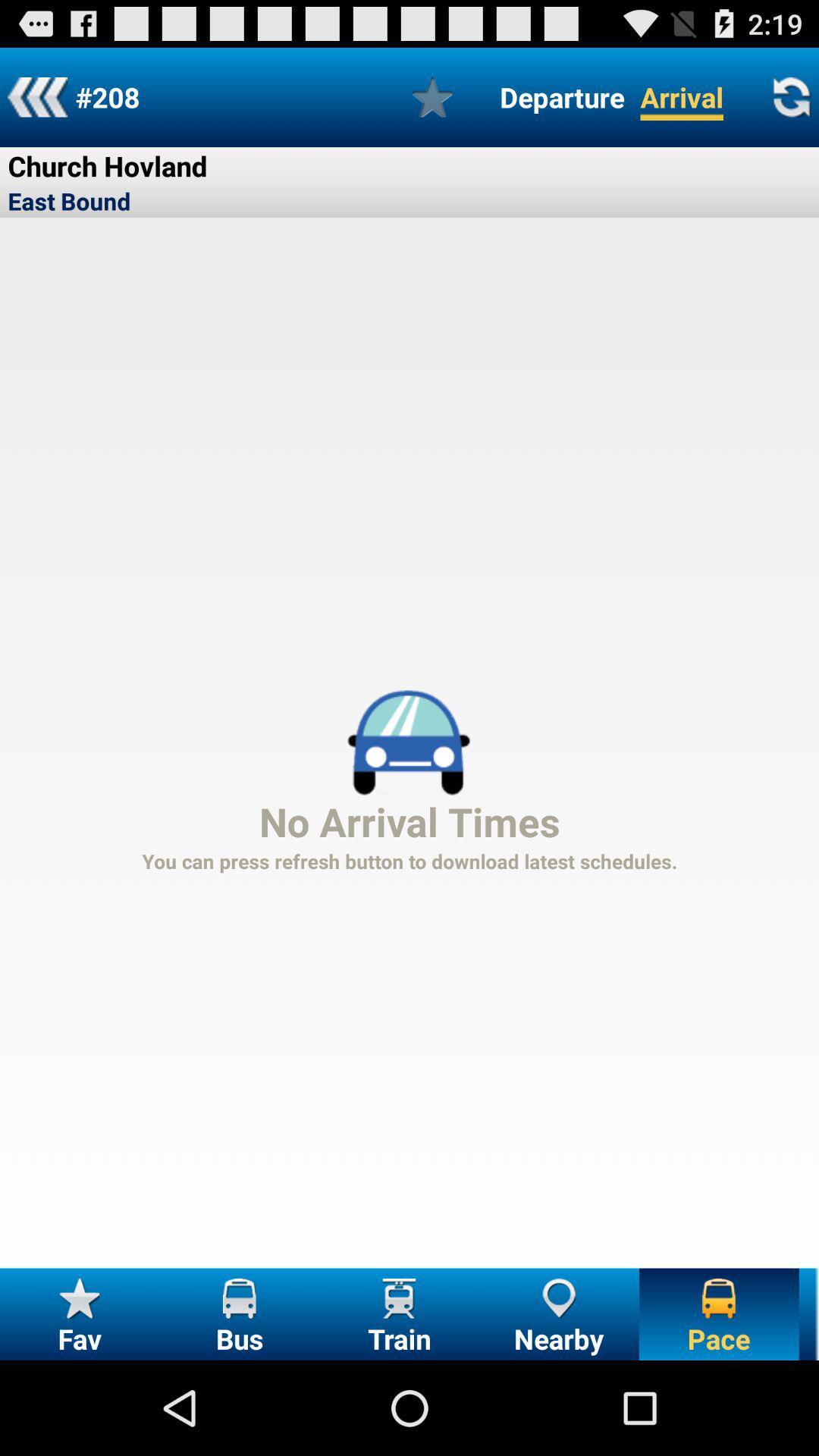 This screenshot has height=1456, width=819. What do you see at coordinates (36, 96) in the screenshot?
I see `go back` at bounding box center [36, 96].